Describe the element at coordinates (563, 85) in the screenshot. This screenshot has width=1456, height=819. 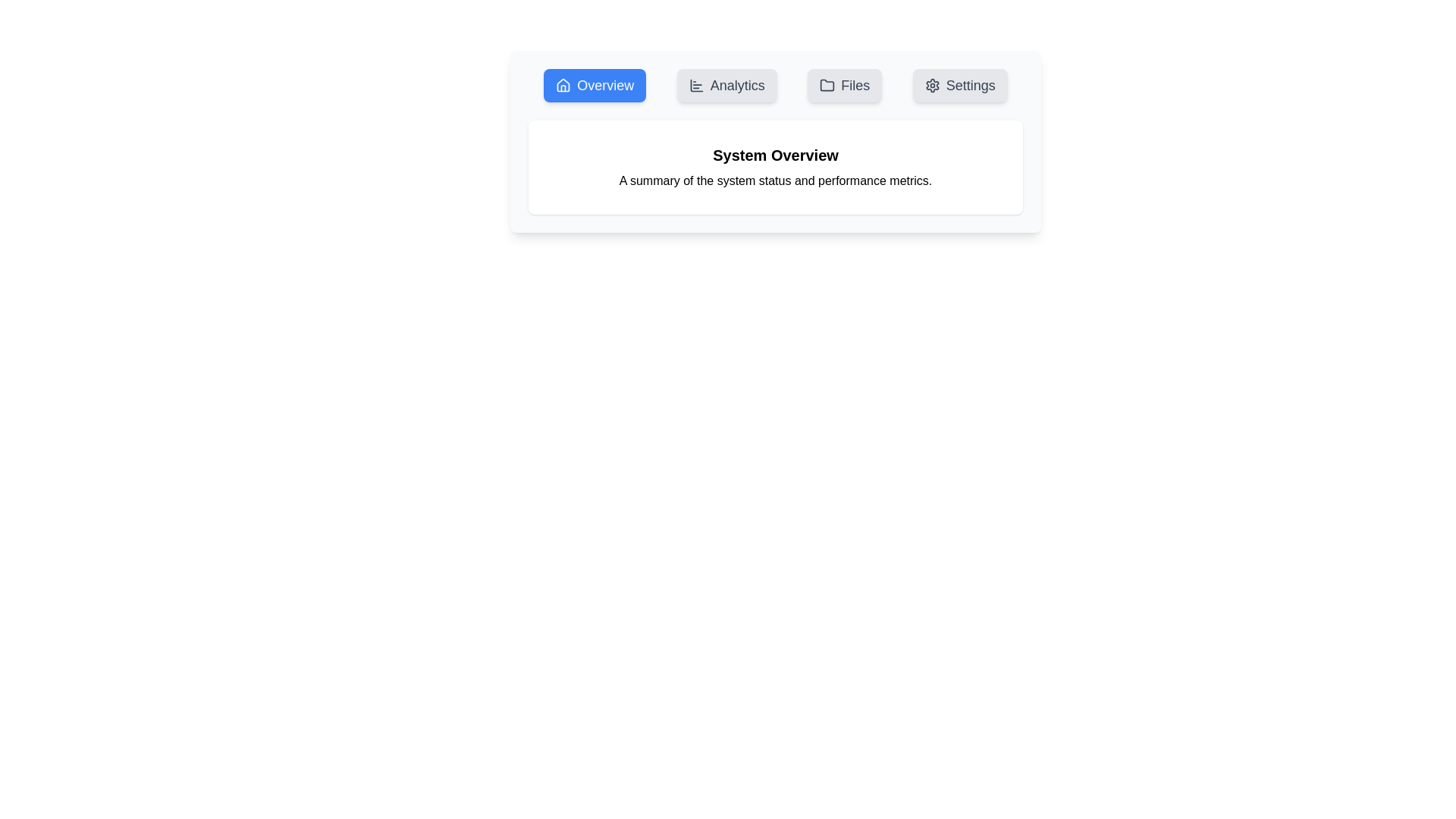
I see `the house icon contained within the blue 'Overview' button in the navigation bar` at that location.